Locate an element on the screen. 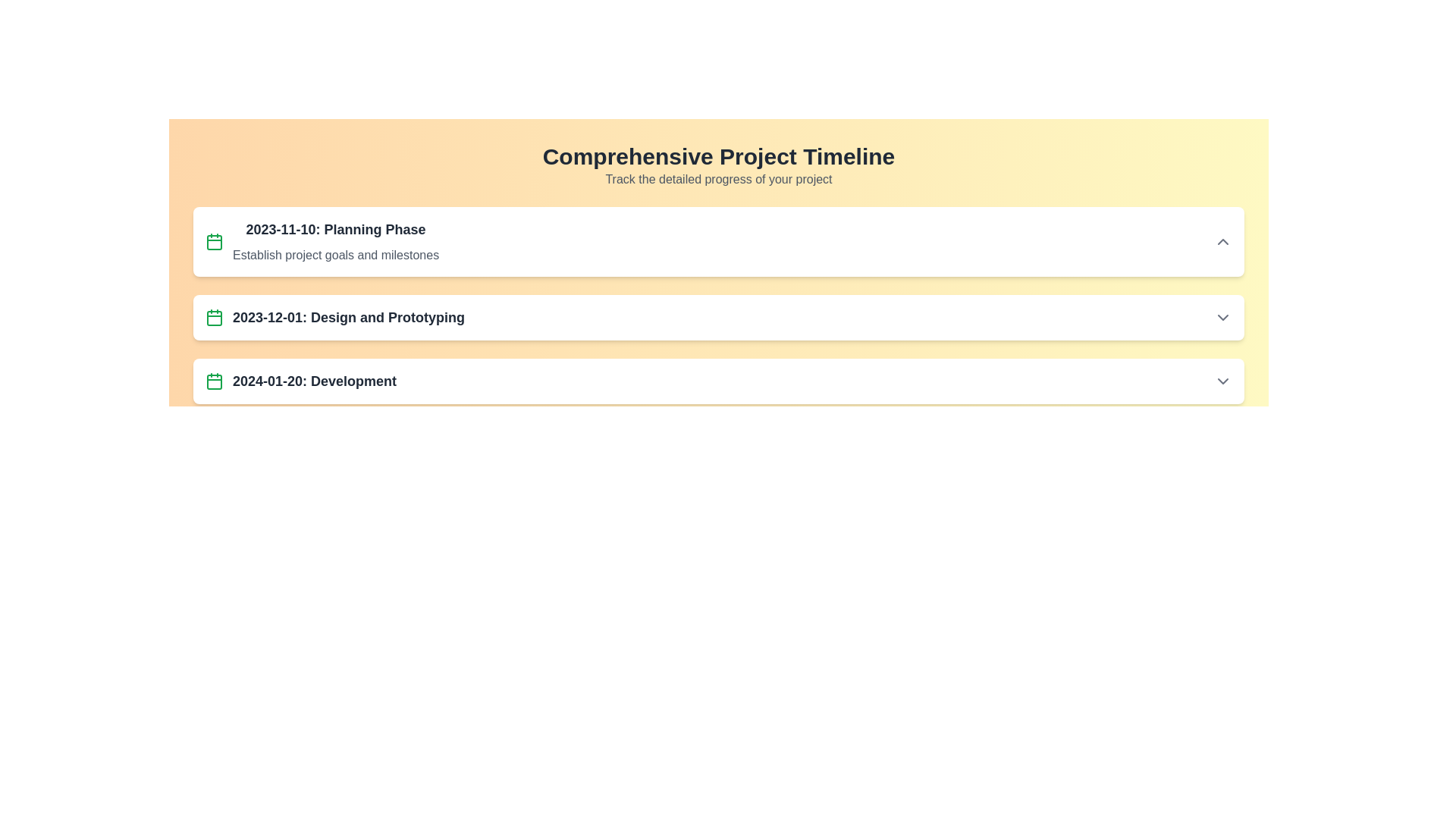 The height and width of the screenshot is (819, 1456). the green SVG rectangle that is part of the calendar icon, located to the left of the text '2023-11-10: Planning Phase' is located at coordinates (214, 242).